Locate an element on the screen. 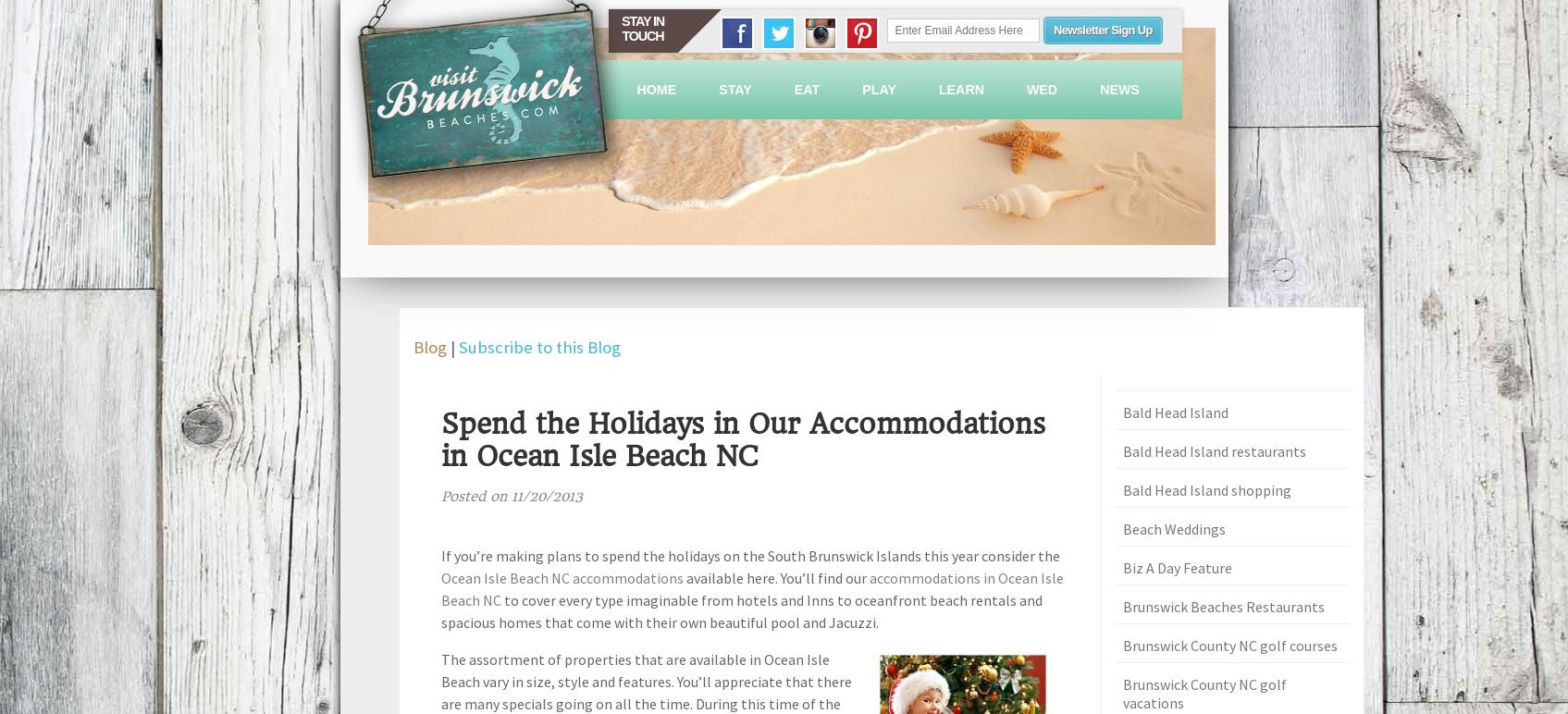 The height and width of the screenshot is (714, 1568). 'Brunswick Beaches Restaurants' is located at coordinates (1222, 605).